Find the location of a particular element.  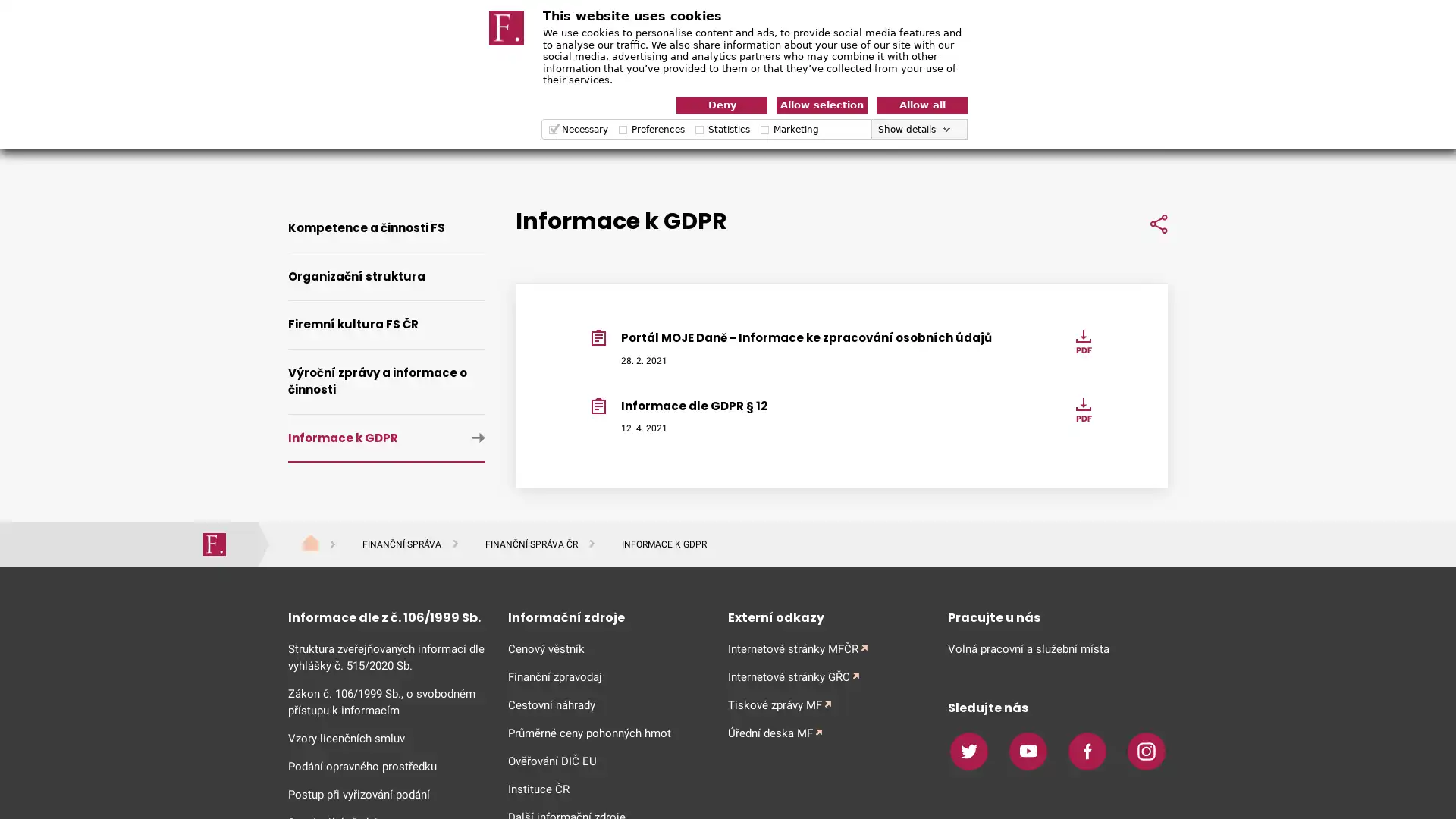

Informace dle z c. 106/1999 Sb. is located at coordinates (386, 617).